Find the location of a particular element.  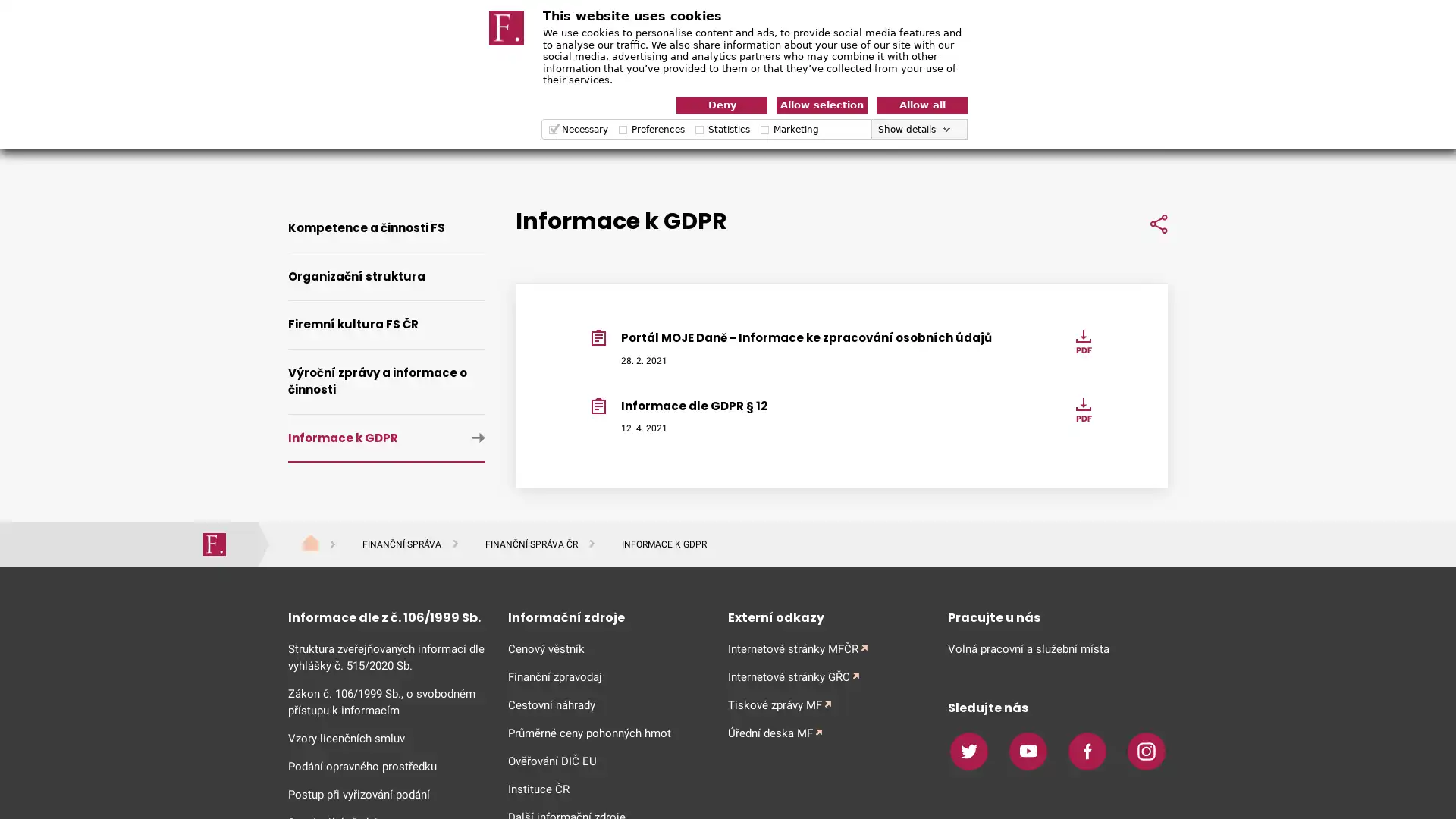

Informace dle z c. 106/1999 Sb. is located at coordinates (386, 617).